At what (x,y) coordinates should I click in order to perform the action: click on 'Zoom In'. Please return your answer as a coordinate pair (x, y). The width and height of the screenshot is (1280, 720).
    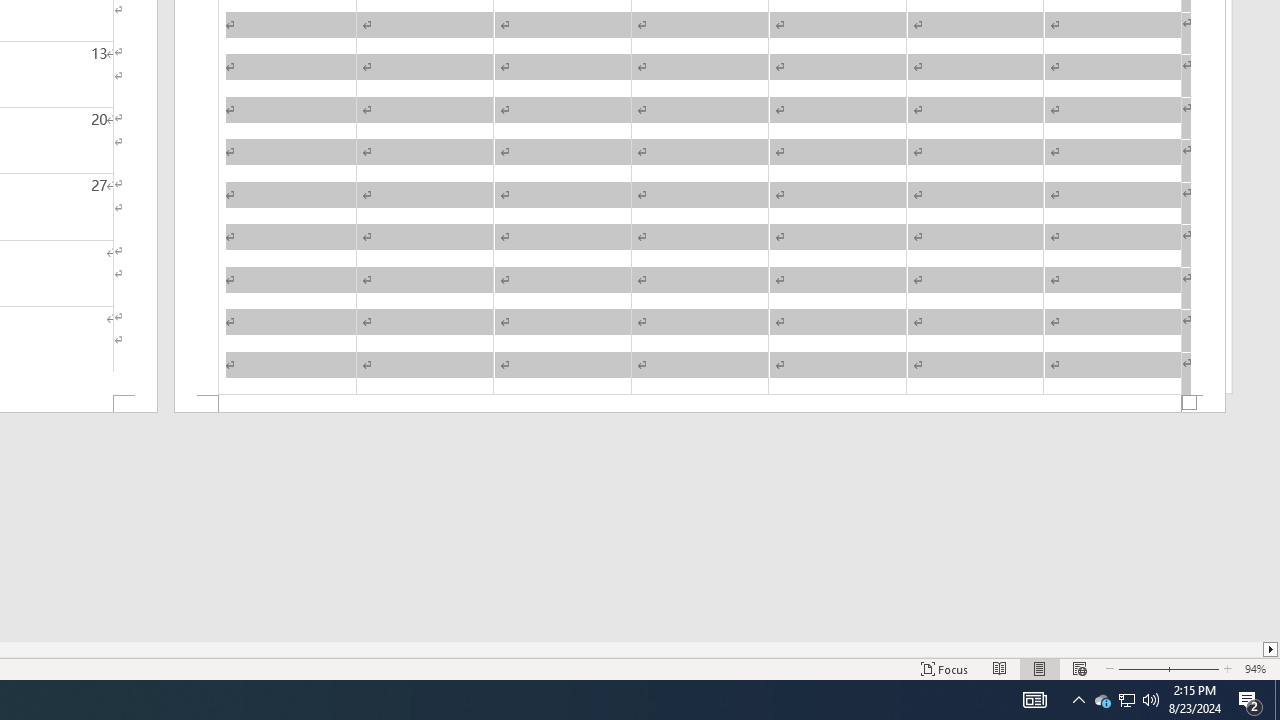
    Looking at the image, I should click on (1193, 669).